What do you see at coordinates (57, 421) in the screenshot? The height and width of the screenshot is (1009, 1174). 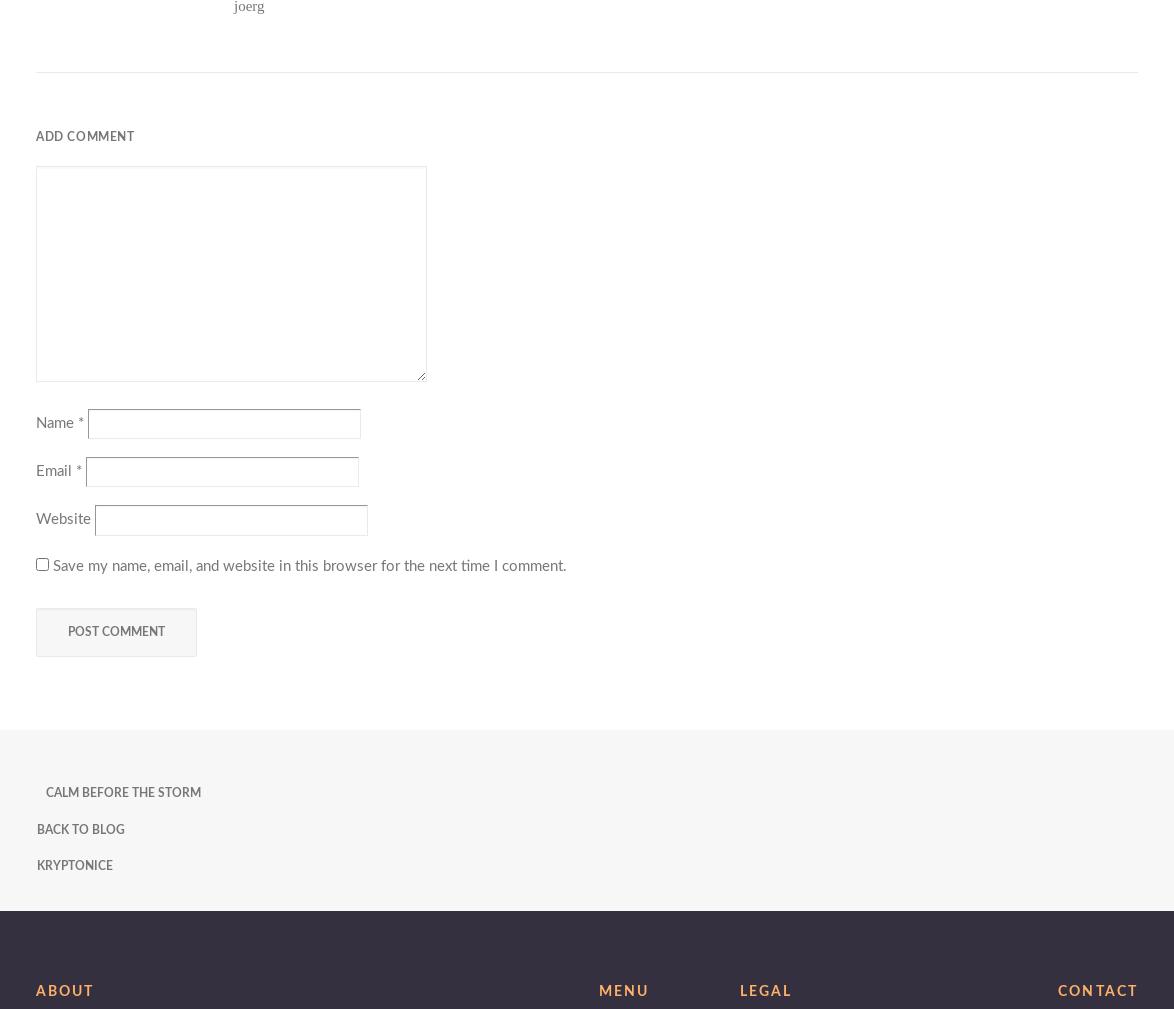 I see `'Name'` at bounding box center [57, 421].